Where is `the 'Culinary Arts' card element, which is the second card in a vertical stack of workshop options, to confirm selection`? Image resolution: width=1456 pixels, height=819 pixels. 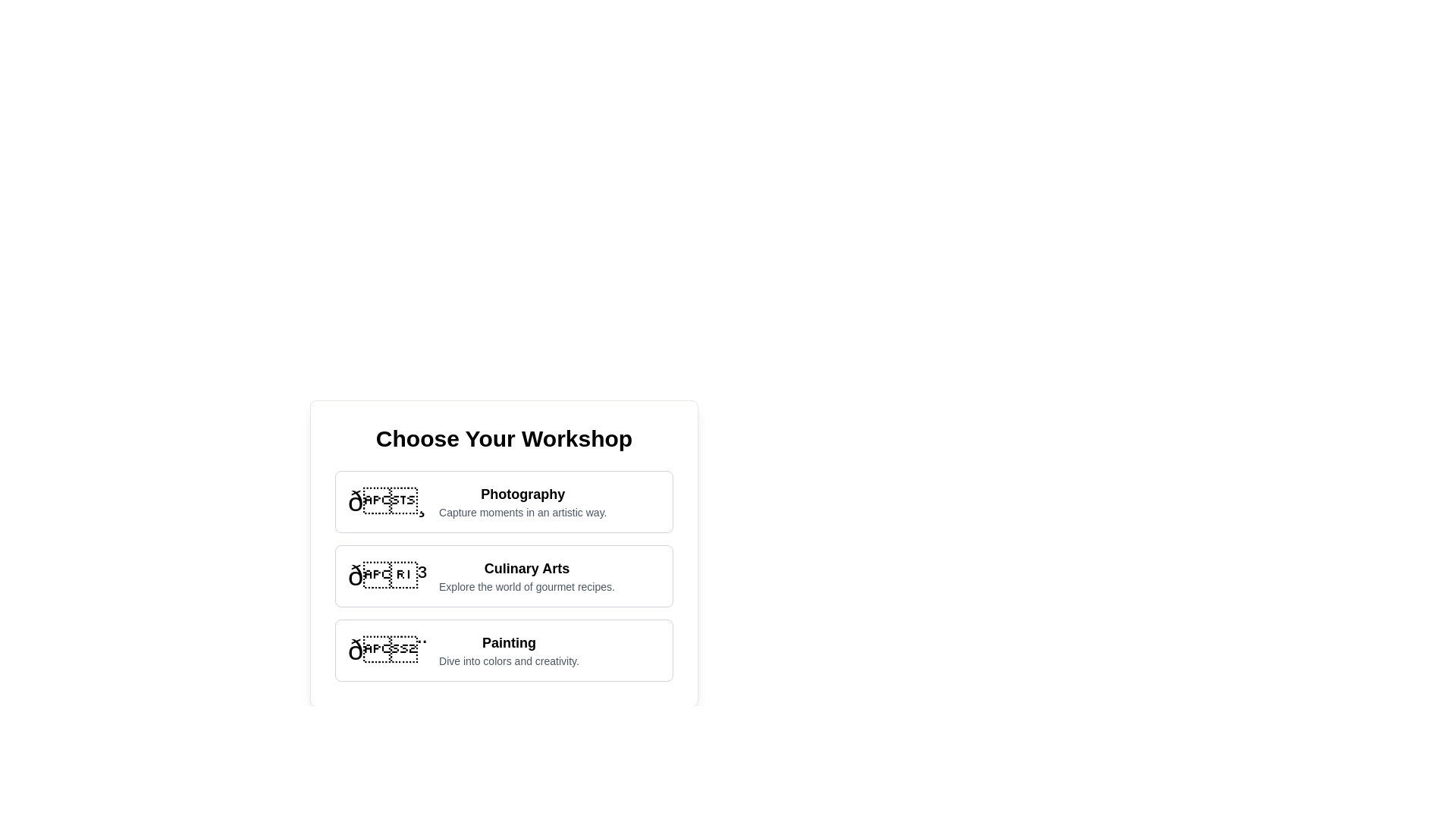
the 'Culinary Arts' card element, which is the second card in a vertical stack of workshop options, to confirm selection is located at coordinates (504, 553).